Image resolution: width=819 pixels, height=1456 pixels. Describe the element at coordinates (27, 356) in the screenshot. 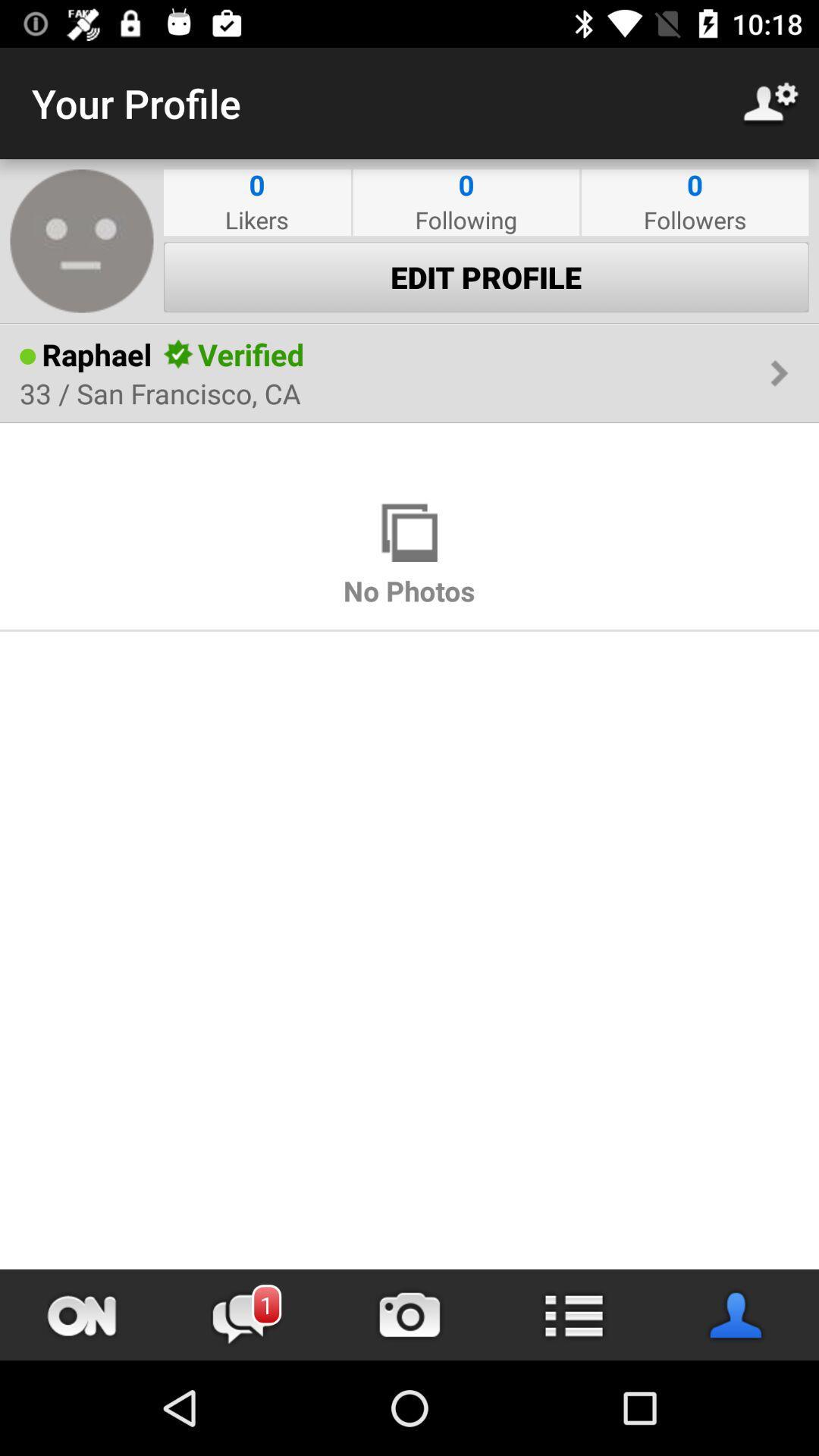

I see `the icon next to the raphael` at that location.